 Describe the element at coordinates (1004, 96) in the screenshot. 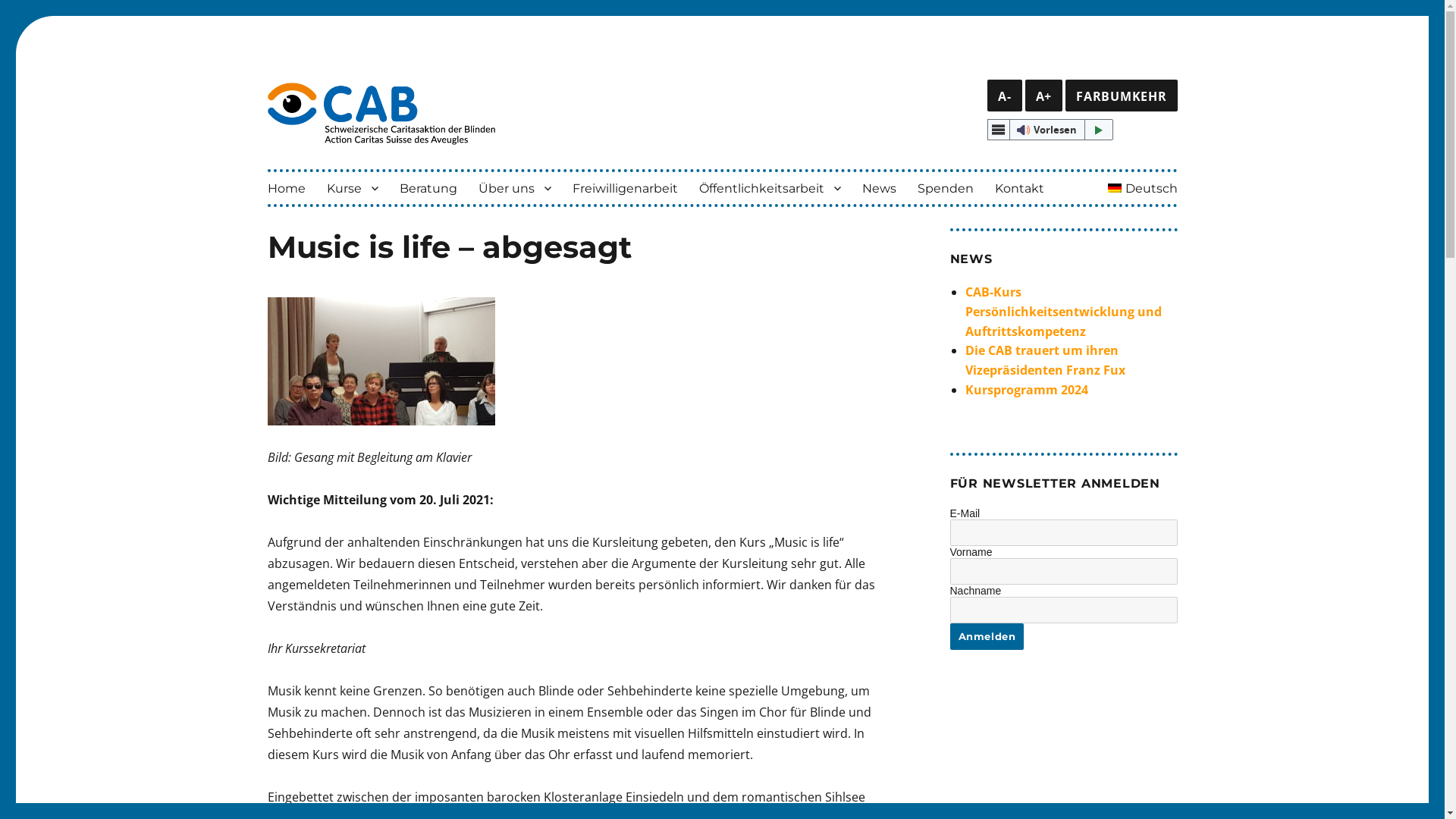

I see `'A-'` at that location.